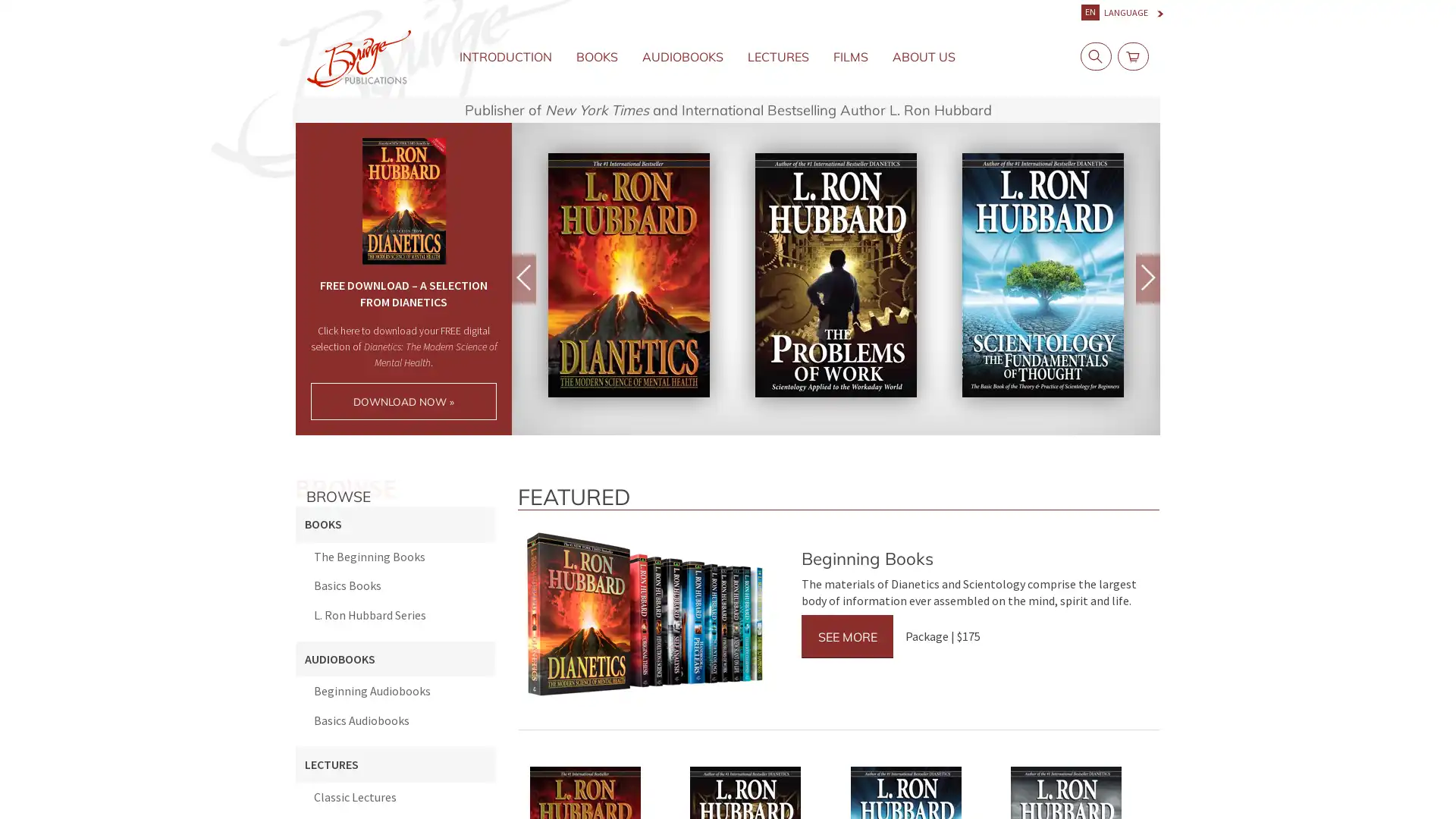 The image size is (1456, 819). Describe the element at coordinates (1092, 55) in the screenshot. I see `Search W` at that location.